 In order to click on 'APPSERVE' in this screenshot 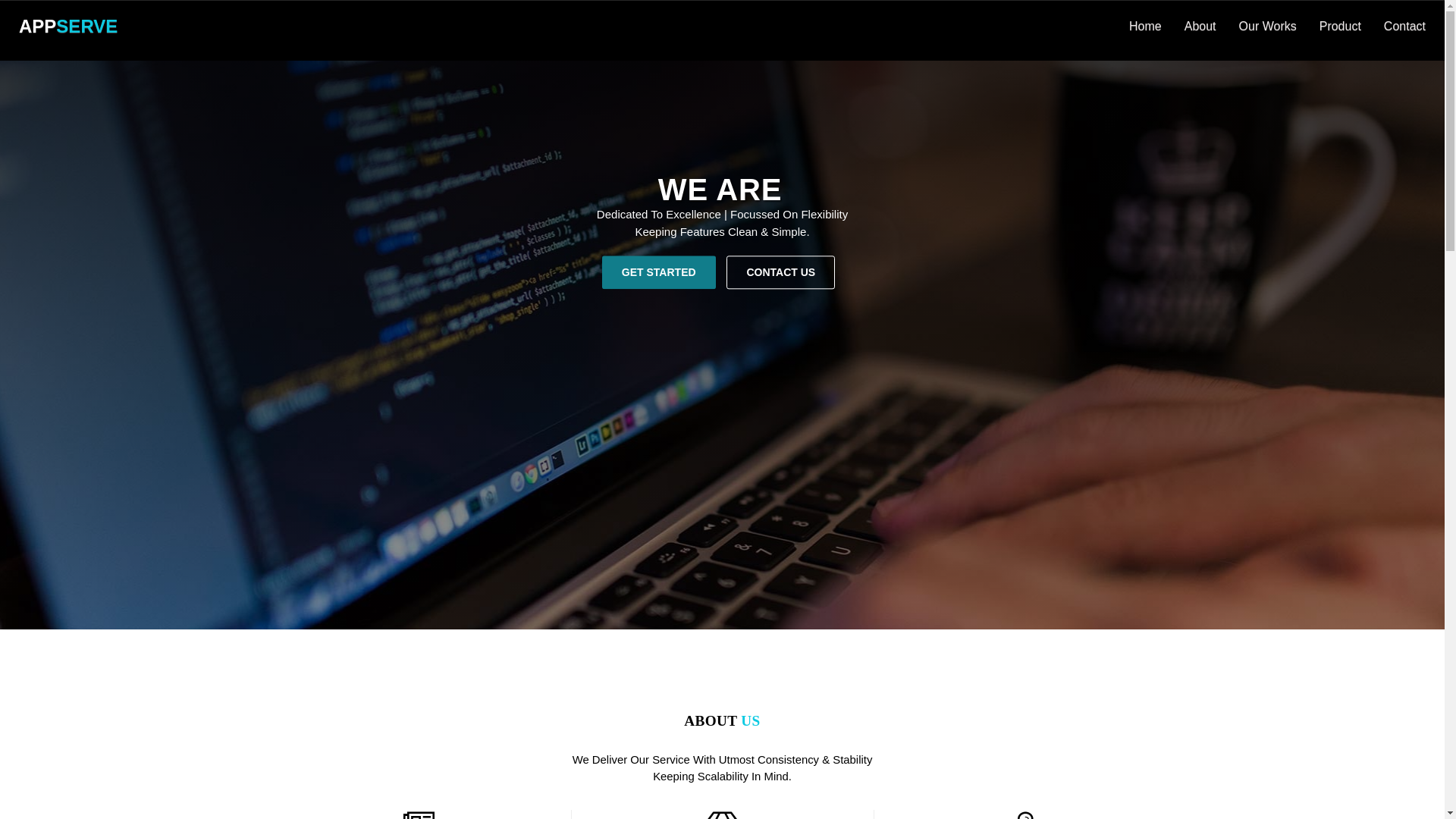, I will do `click(67, 26)`.